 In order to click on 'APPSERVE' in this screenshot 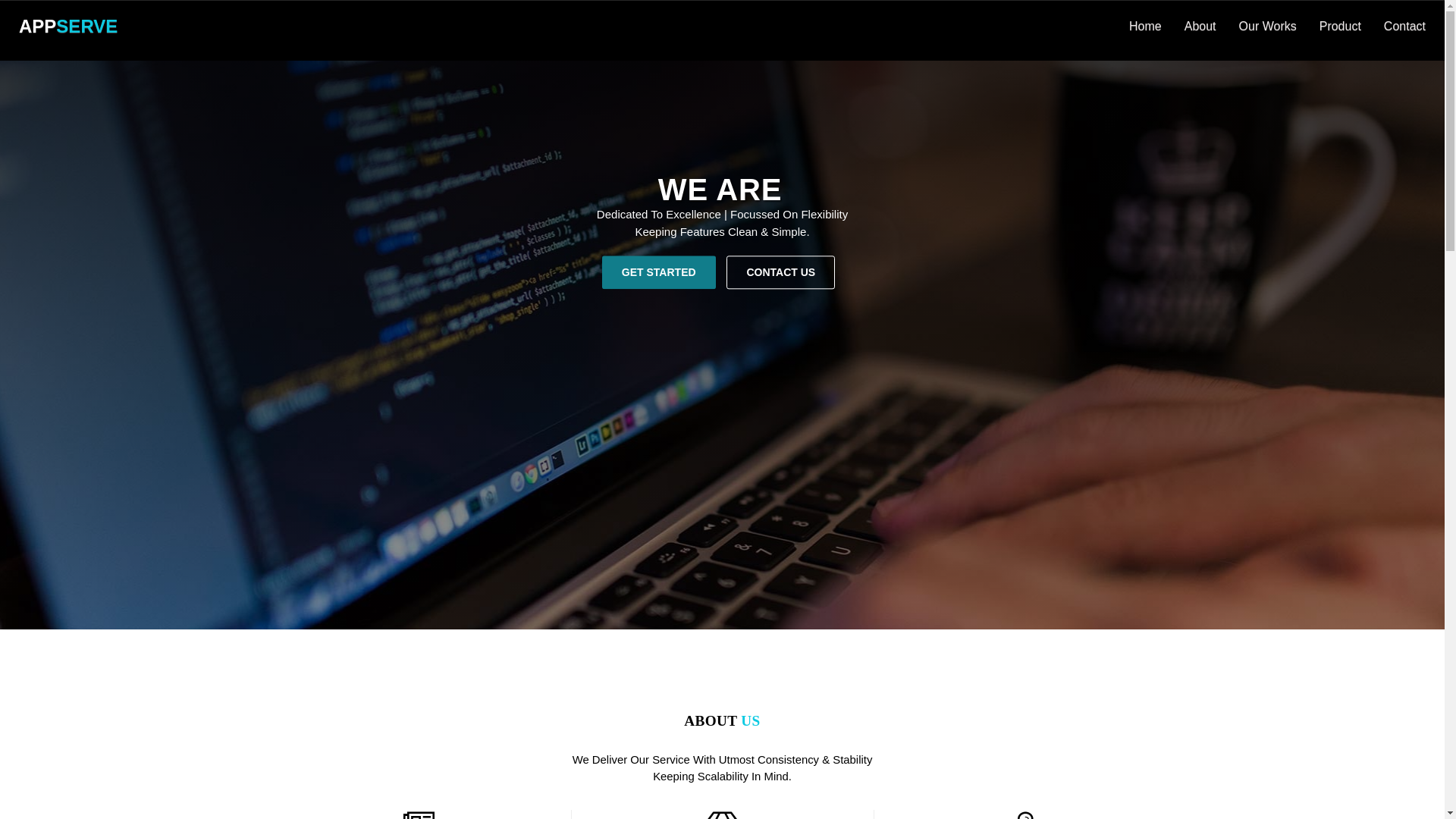, I will do `click(67, 26)`.